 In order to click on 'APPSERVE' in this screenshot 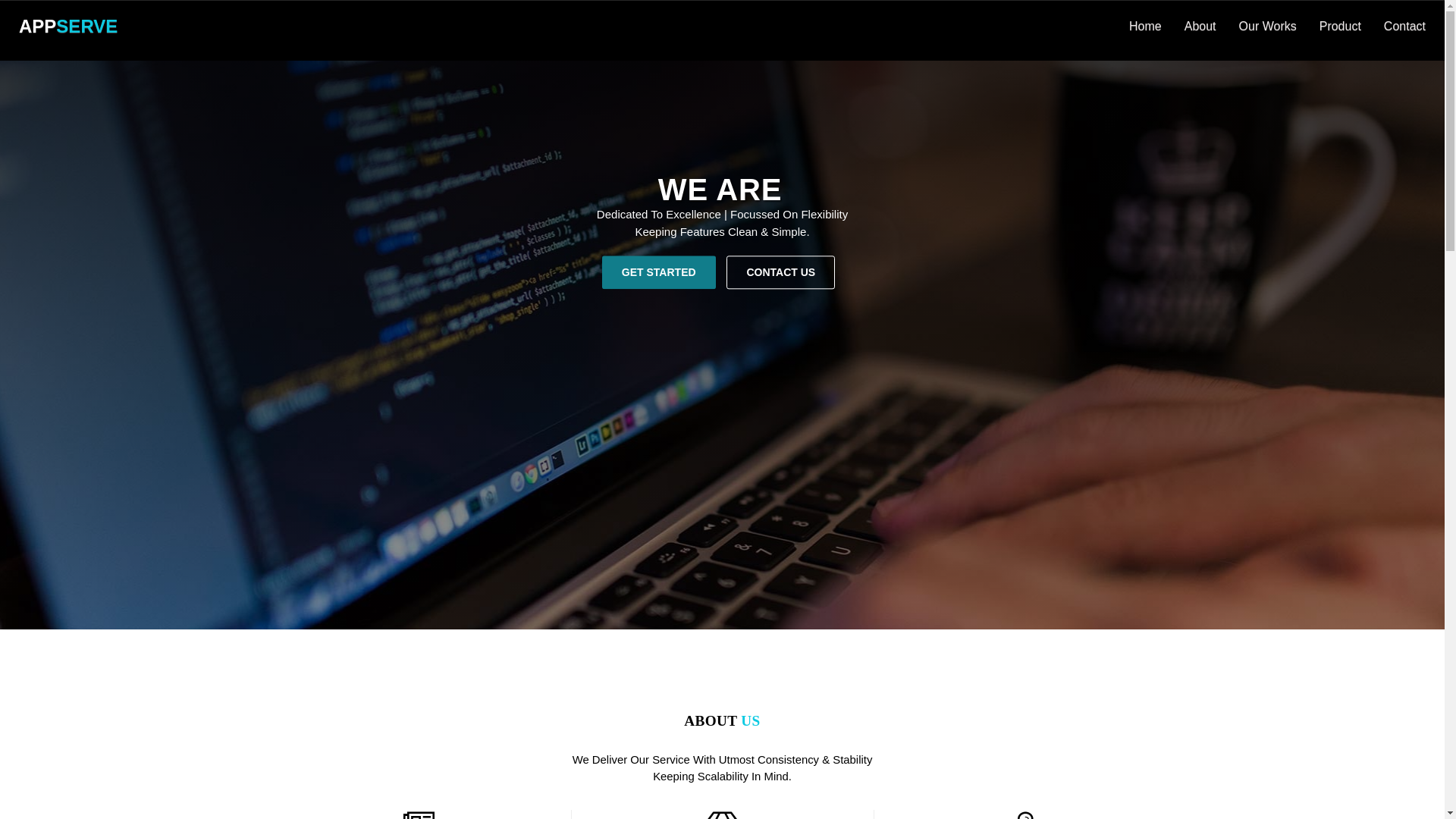, I will do `click(67, 26)`.